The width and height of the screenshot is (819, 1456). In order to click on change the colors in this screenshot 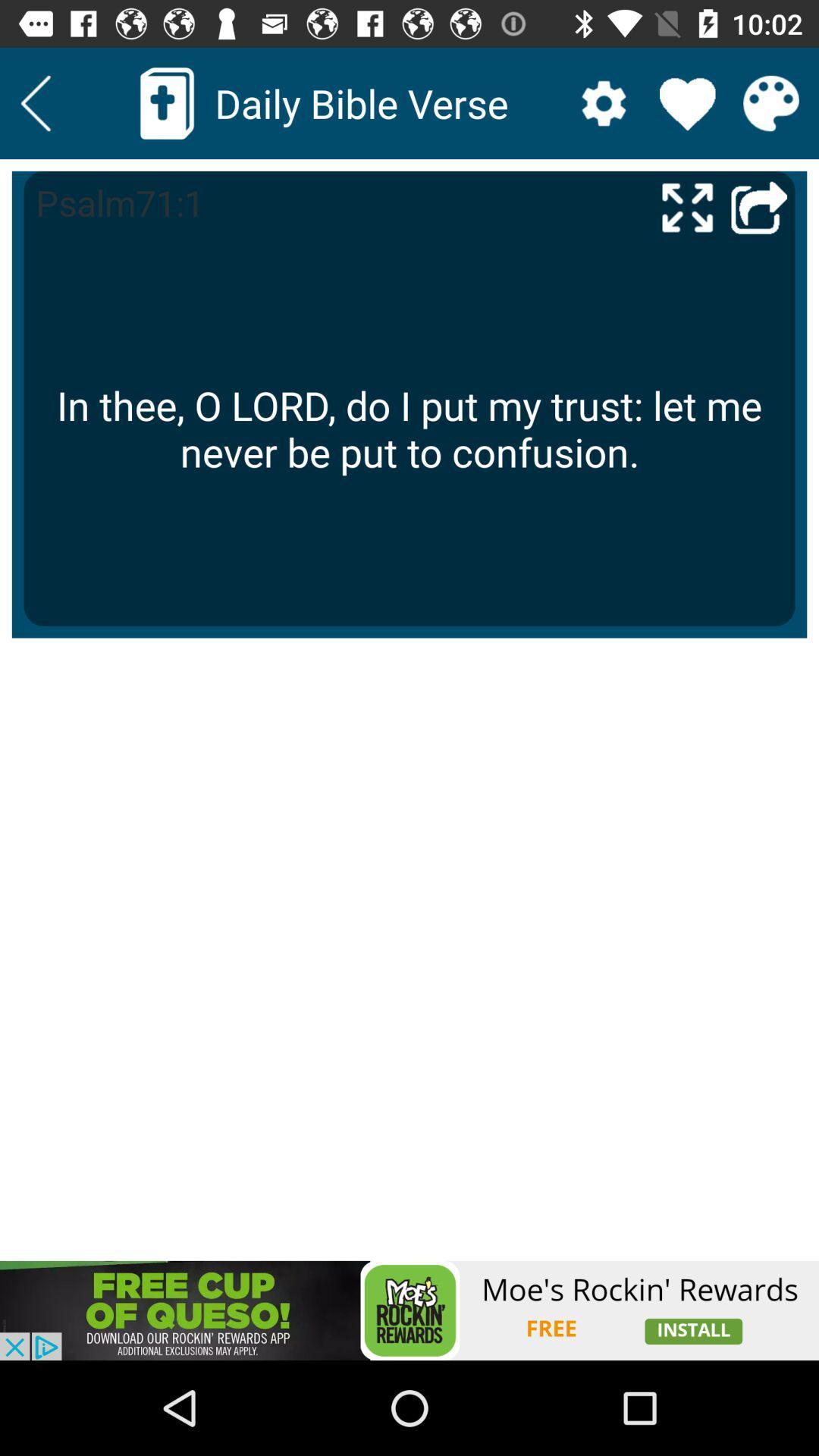, I will do `click(771, 102)`.